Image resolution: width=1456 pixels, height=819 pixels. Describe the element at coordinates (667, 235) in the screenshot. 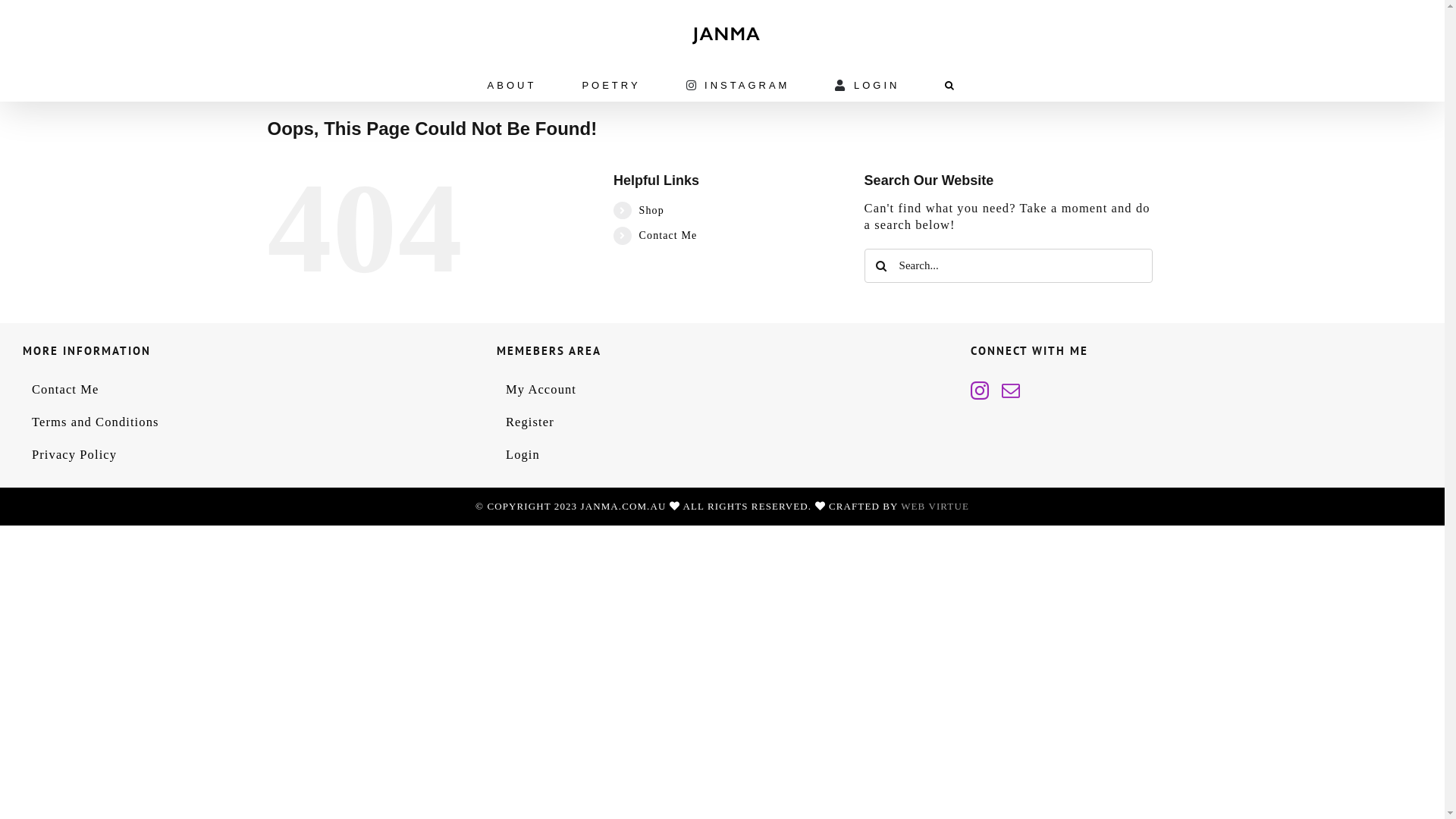

I see `'Contact Me'` at that location.